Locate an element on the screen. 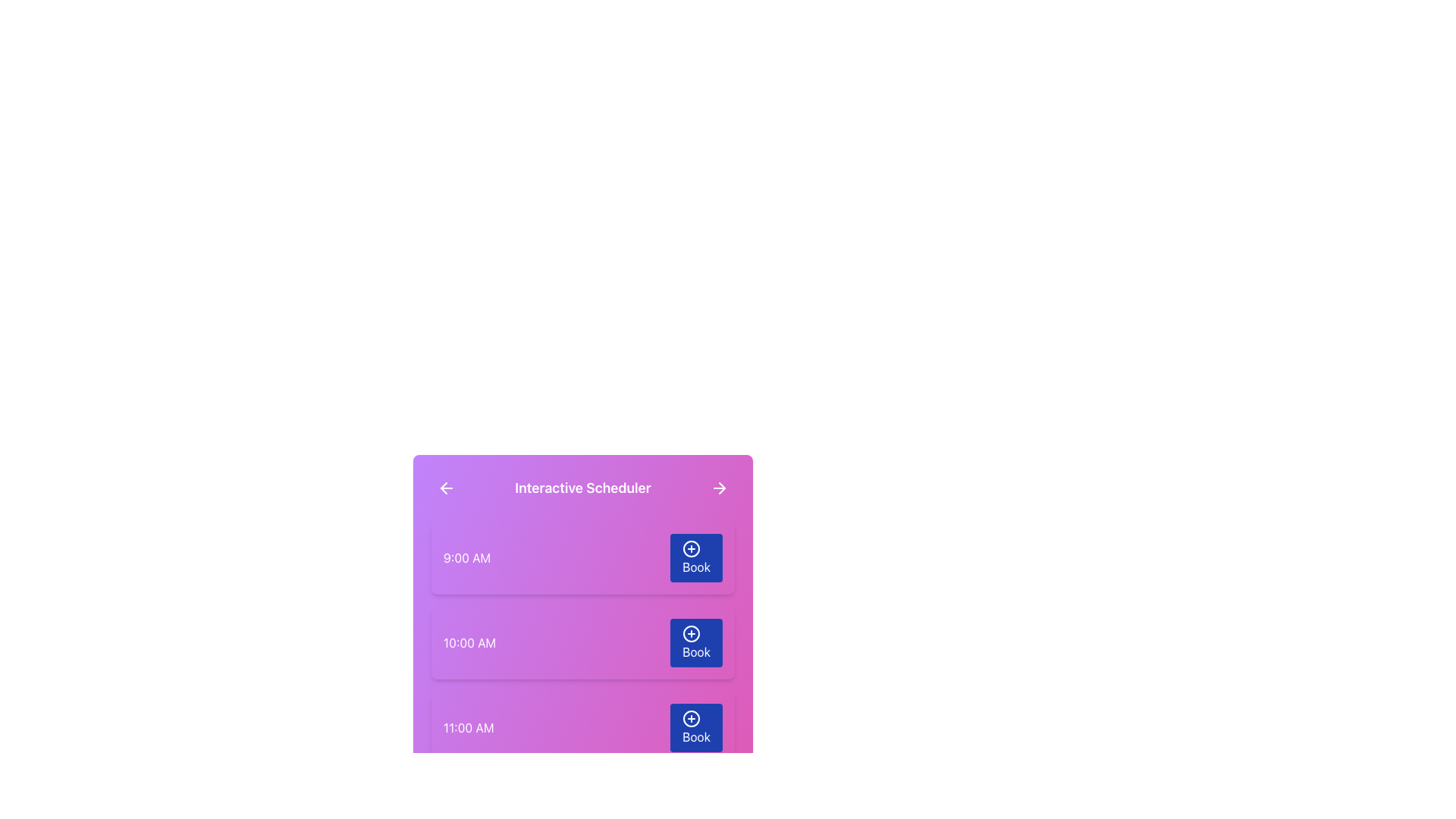 This screenshot has height=819, width=1456. the text label displaying '10:00 AM' in white font on a gradient purple background, located in the second row of the scheduling interface, to the left of the blue 'Book' button is located at coordinates (469, 643).